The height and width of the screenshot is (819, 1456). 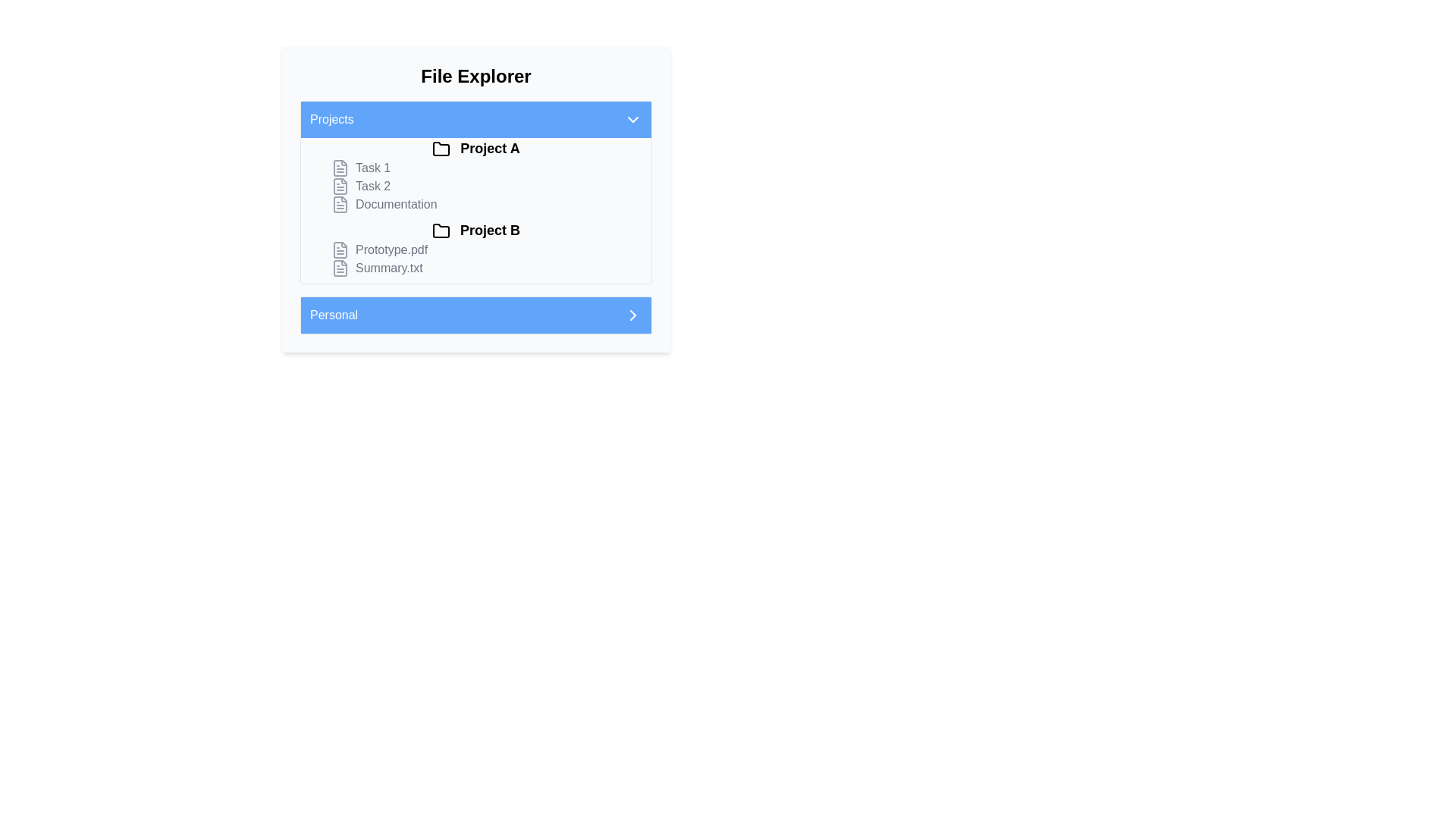 I want to click on the document icon located to the left of the text 'Task 1' in the first entry of the 'Projects' section, so click(x=340, y=168).